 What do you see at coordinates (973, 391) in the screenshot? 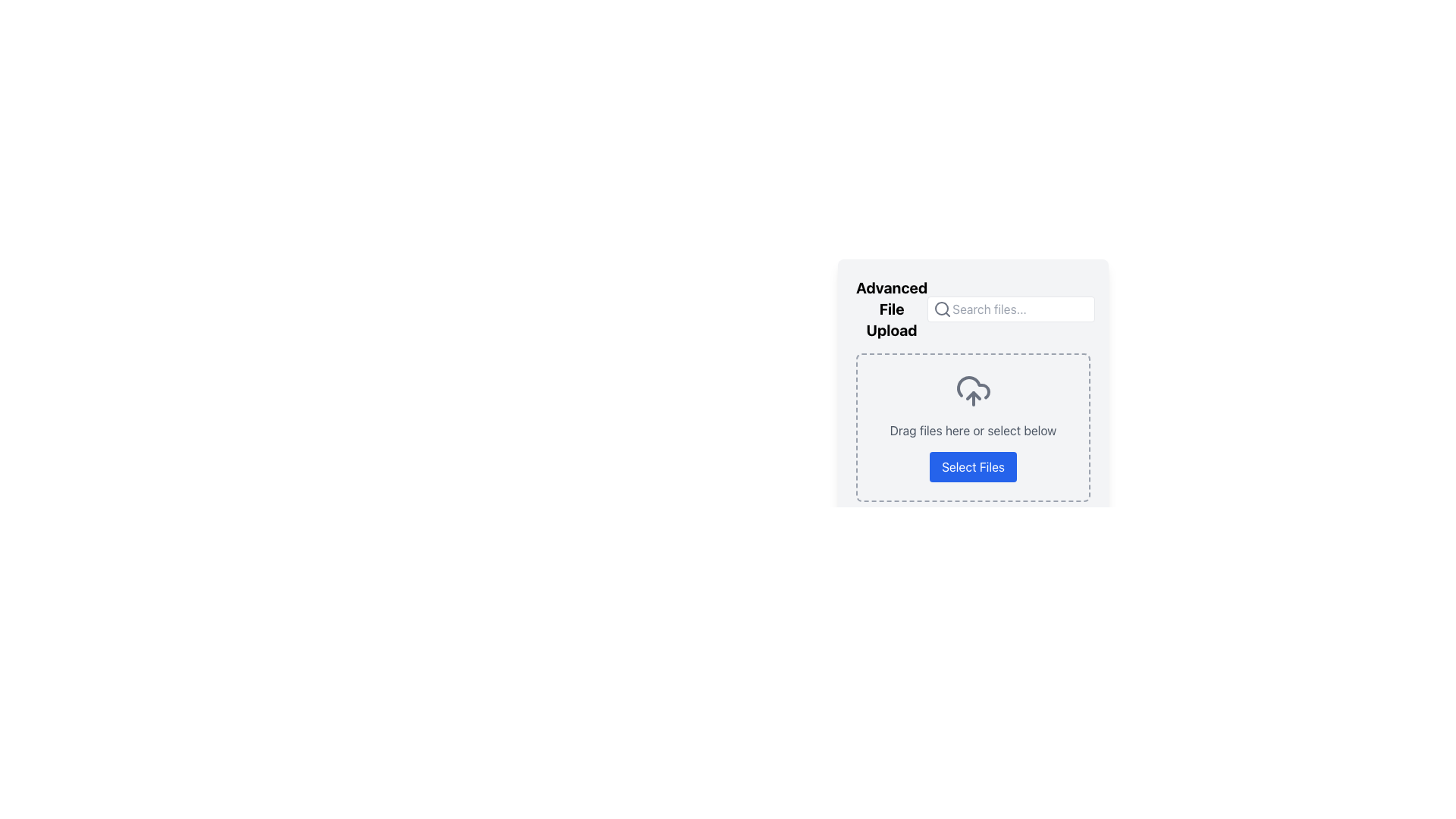
I see `the upload icon represented by a cloud and upward arrow, located inside the dashed border box above the 'Drag files here or select below' text and the blue 'Select Files' button` at bounding box center [973, 391].